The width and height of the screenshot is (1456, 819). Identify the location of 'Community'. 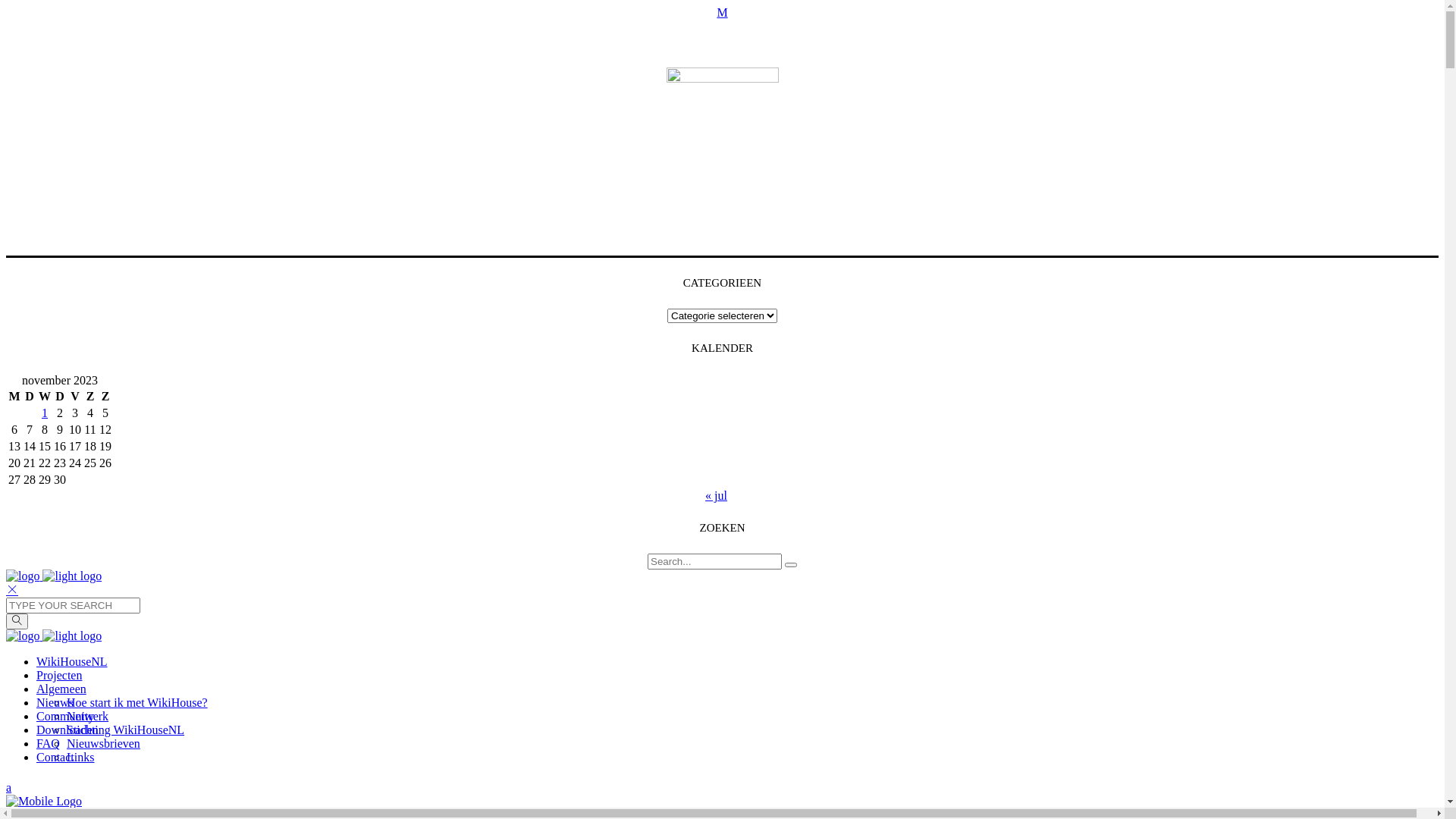
(36, 716).